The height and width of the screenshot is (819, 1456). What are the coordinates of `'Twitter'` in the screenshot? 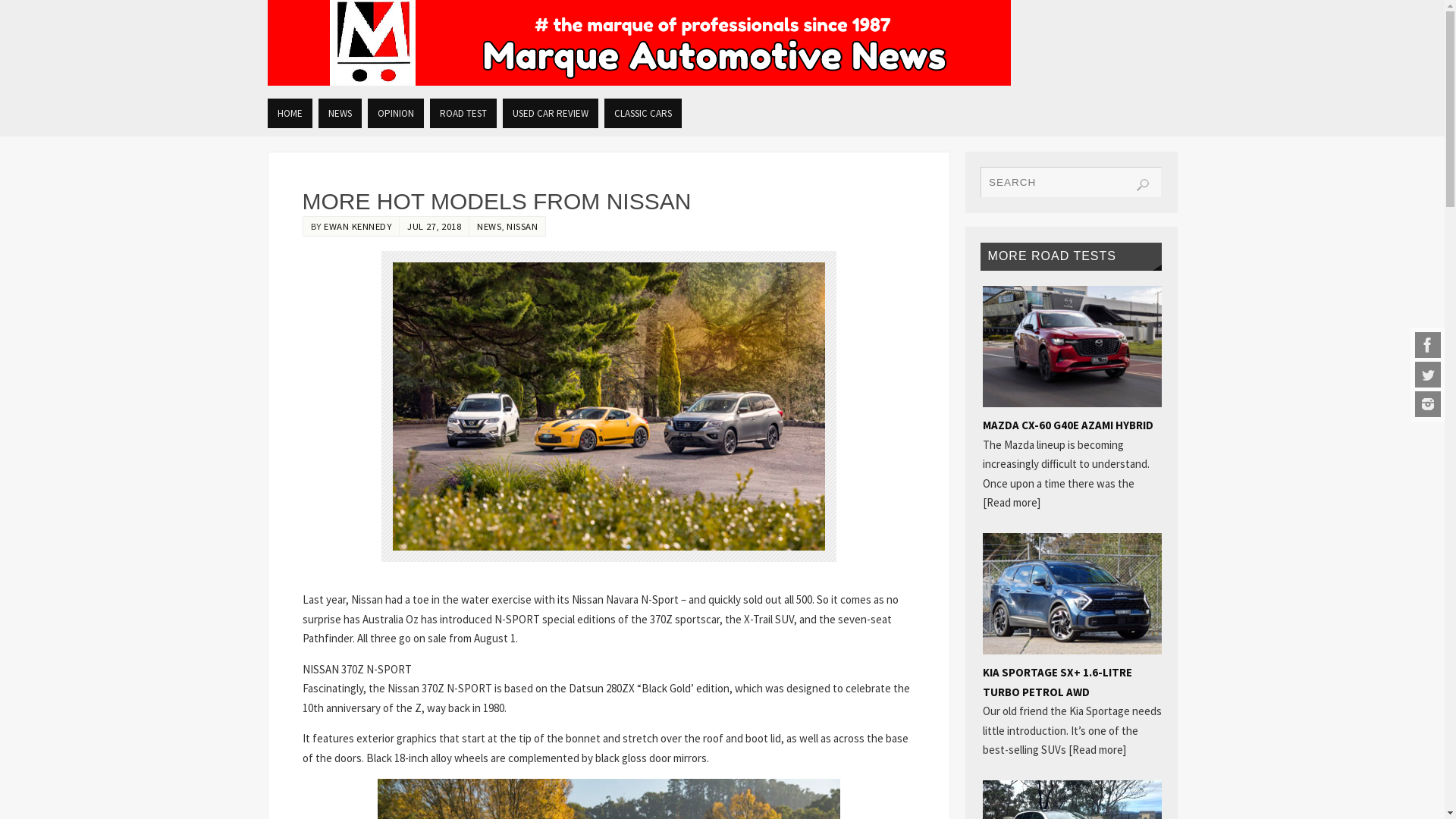 It's located at (1426, 374).